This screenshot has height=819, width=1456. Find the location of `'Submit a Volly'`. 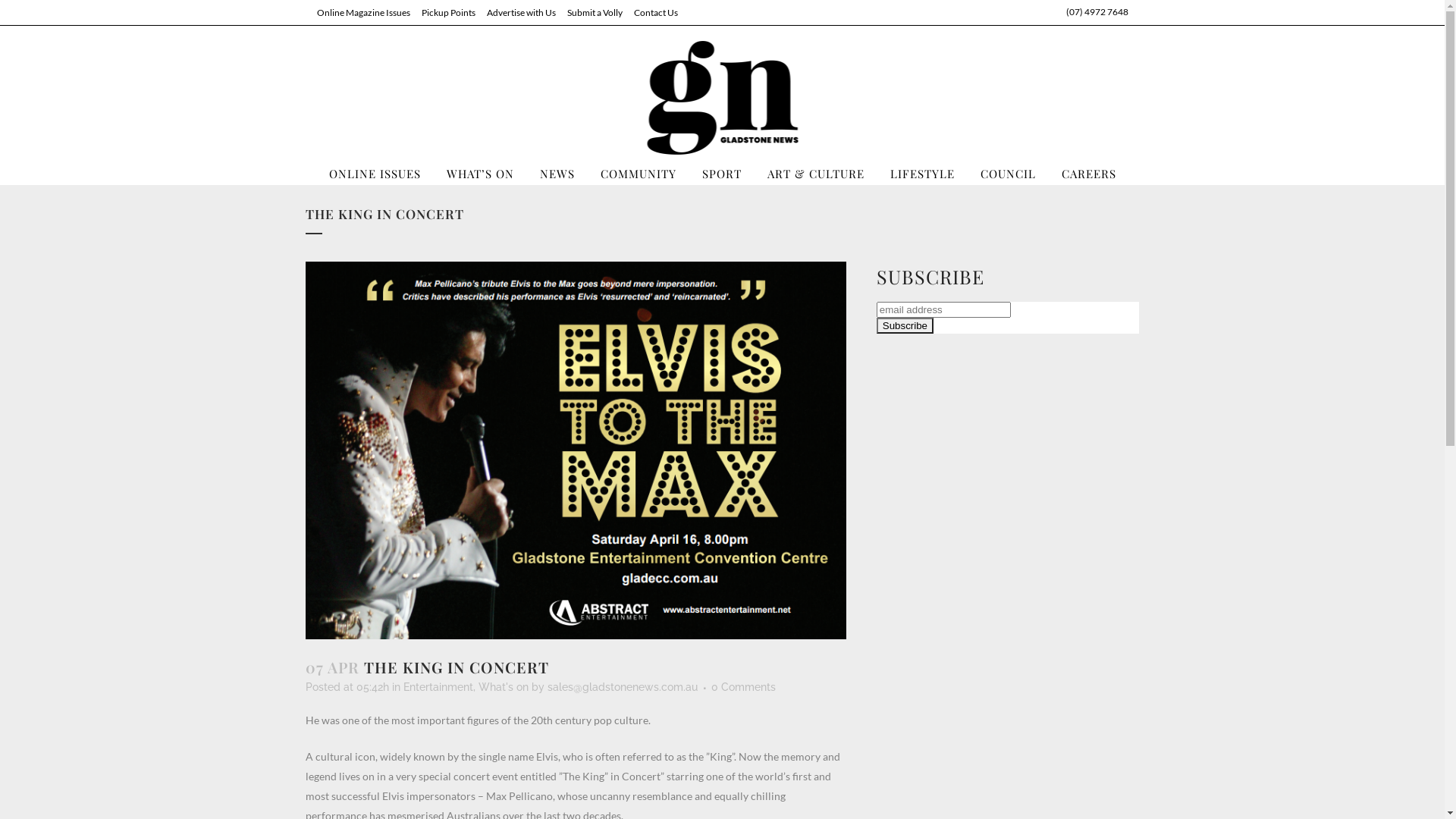

'Submit a Volly' is located at coordinates (588, 12).